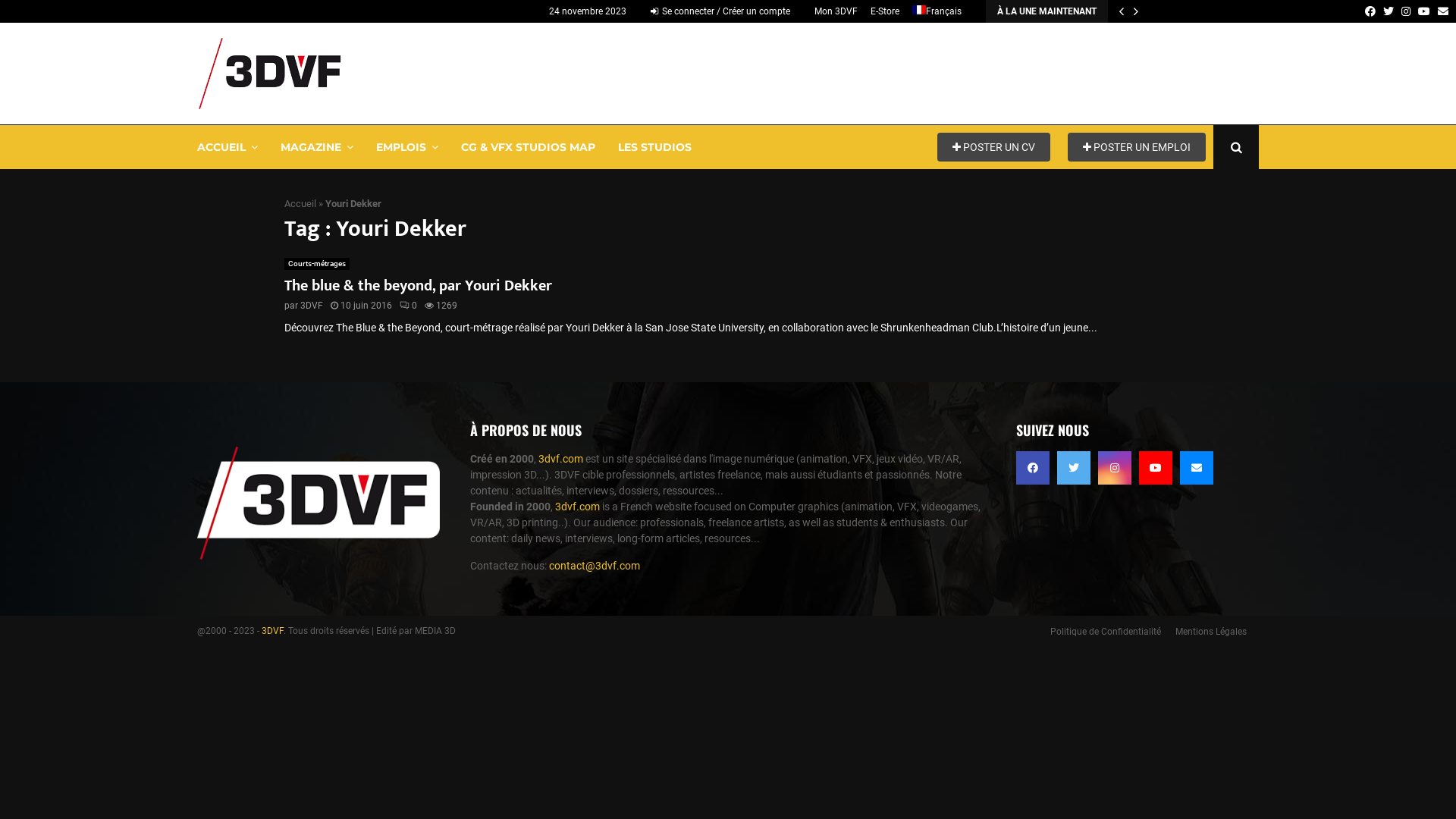 The image size is (1456, 819). I want to click on 'LES STUDIOS', so click(654, 146).